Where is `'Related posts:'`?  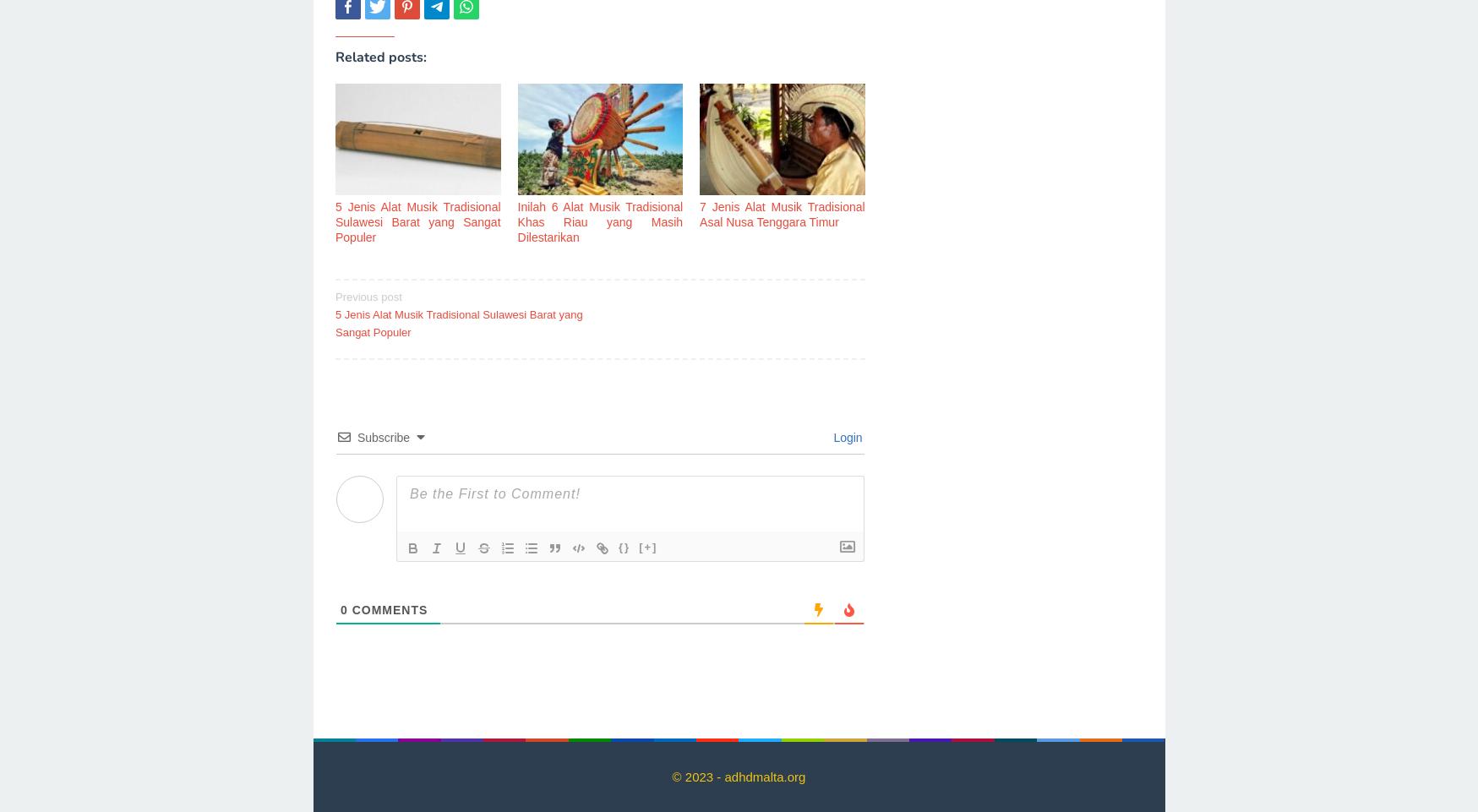 'Related posts:' is located at coordinates (380, 57).